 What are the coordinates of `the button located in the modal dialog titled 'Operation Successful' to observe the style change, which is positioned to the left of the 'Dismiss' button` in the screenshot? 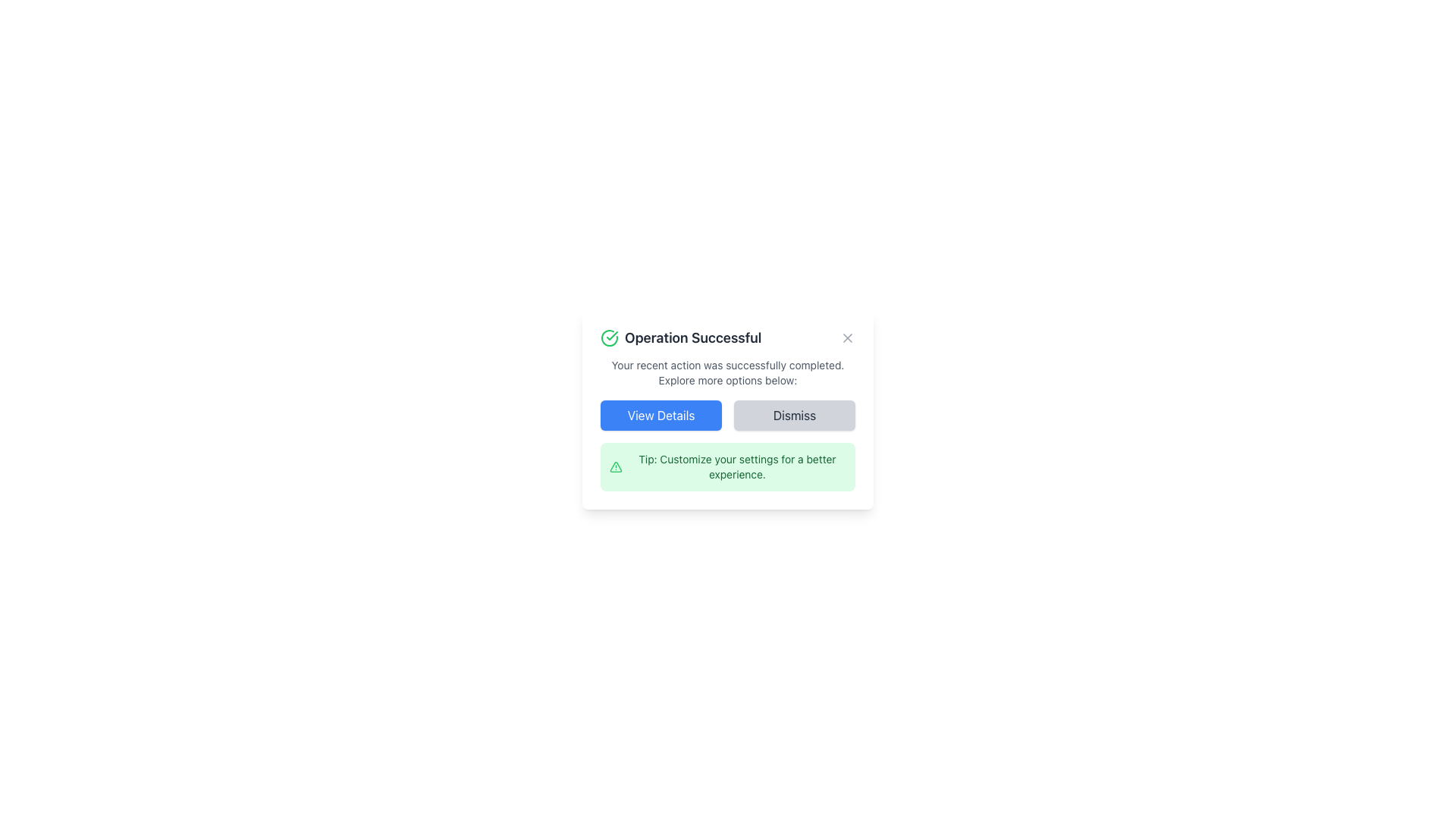 It's located at (661, 415).